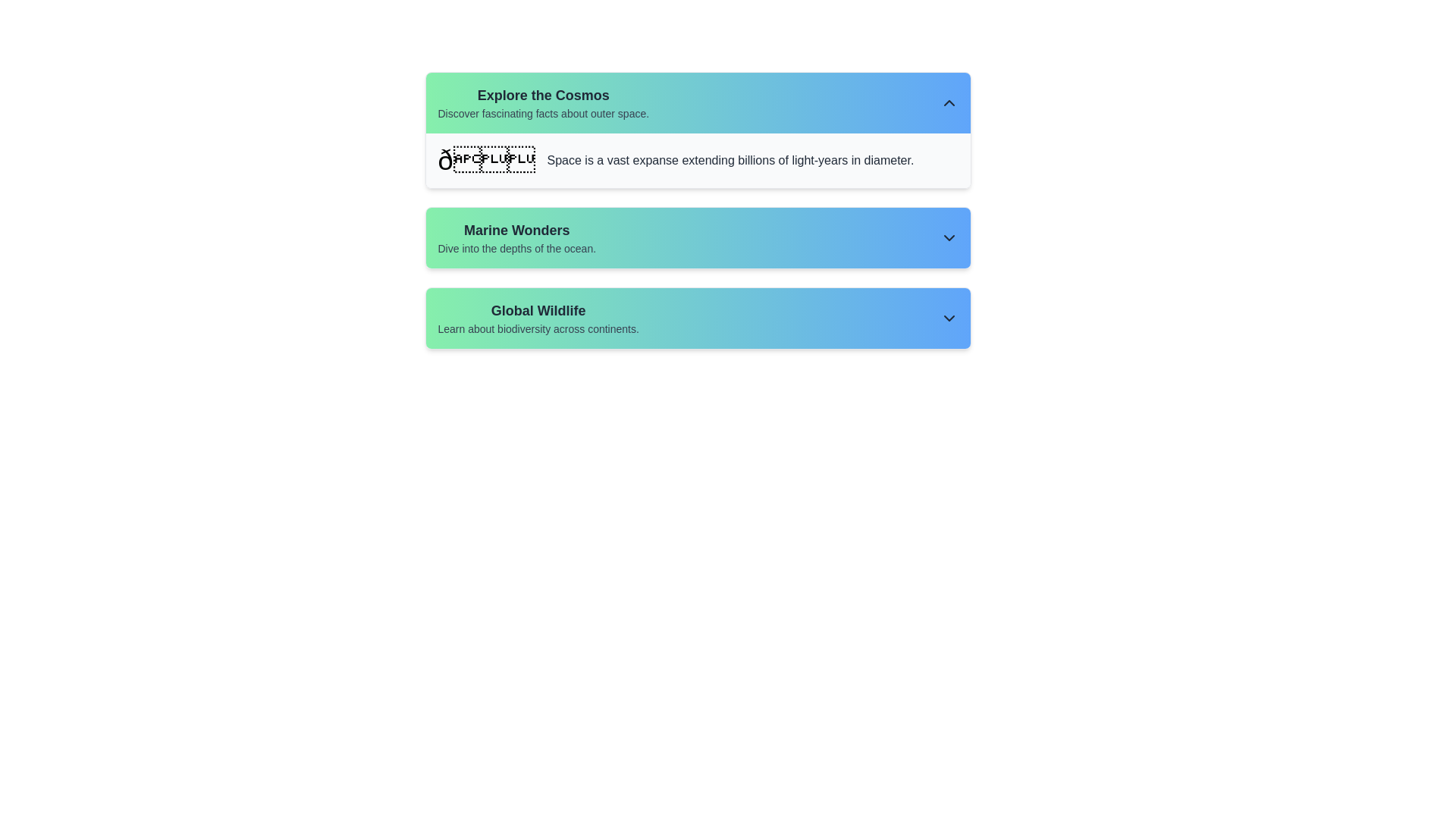 The height and width of the screenshot is (819, 1456). I want to click on the collapsible list item titled 'Marine Wonders', so click(697, 237).